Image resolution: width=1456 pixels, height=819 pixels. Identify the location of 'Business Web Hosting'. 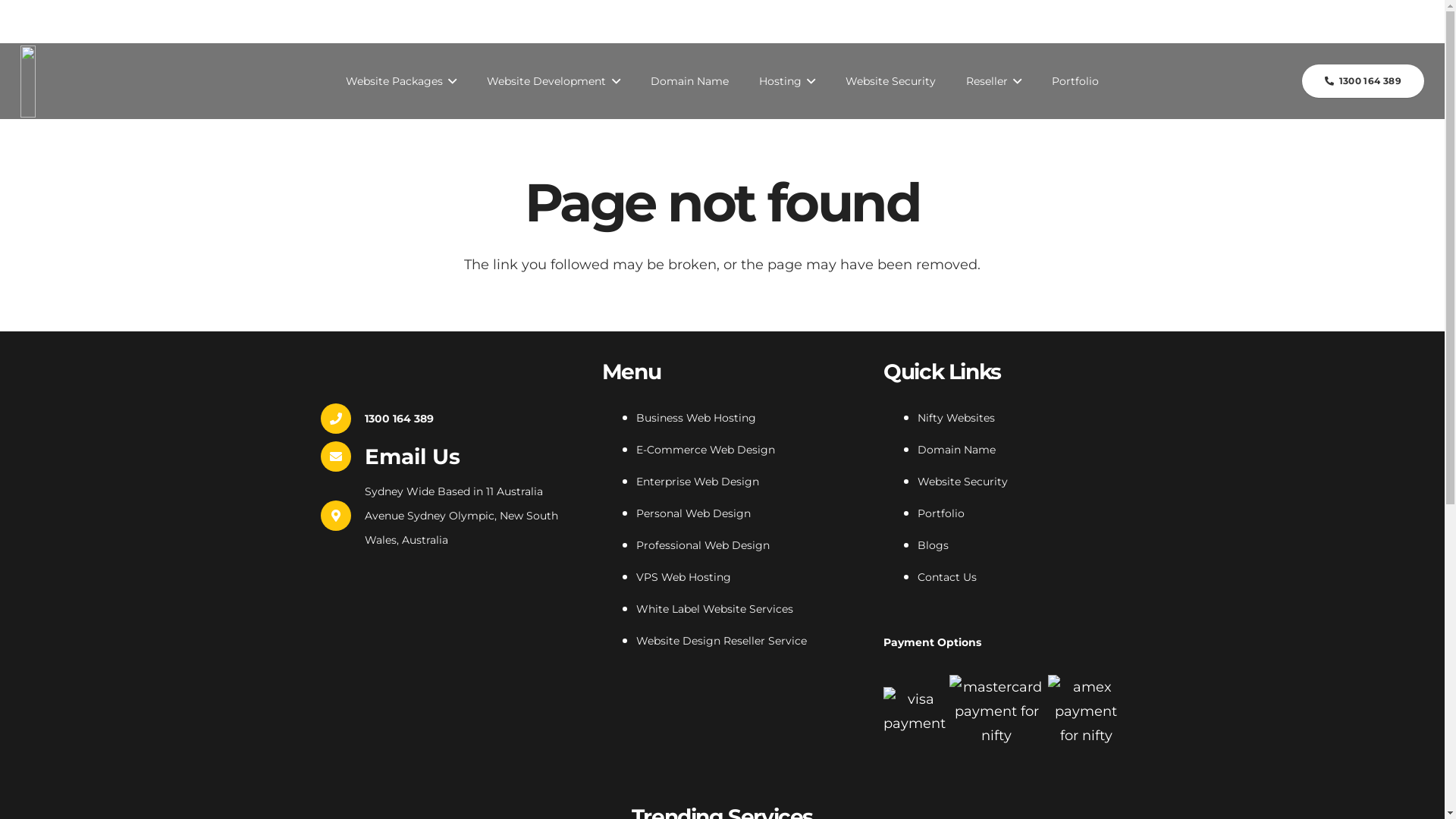
(695, 418).